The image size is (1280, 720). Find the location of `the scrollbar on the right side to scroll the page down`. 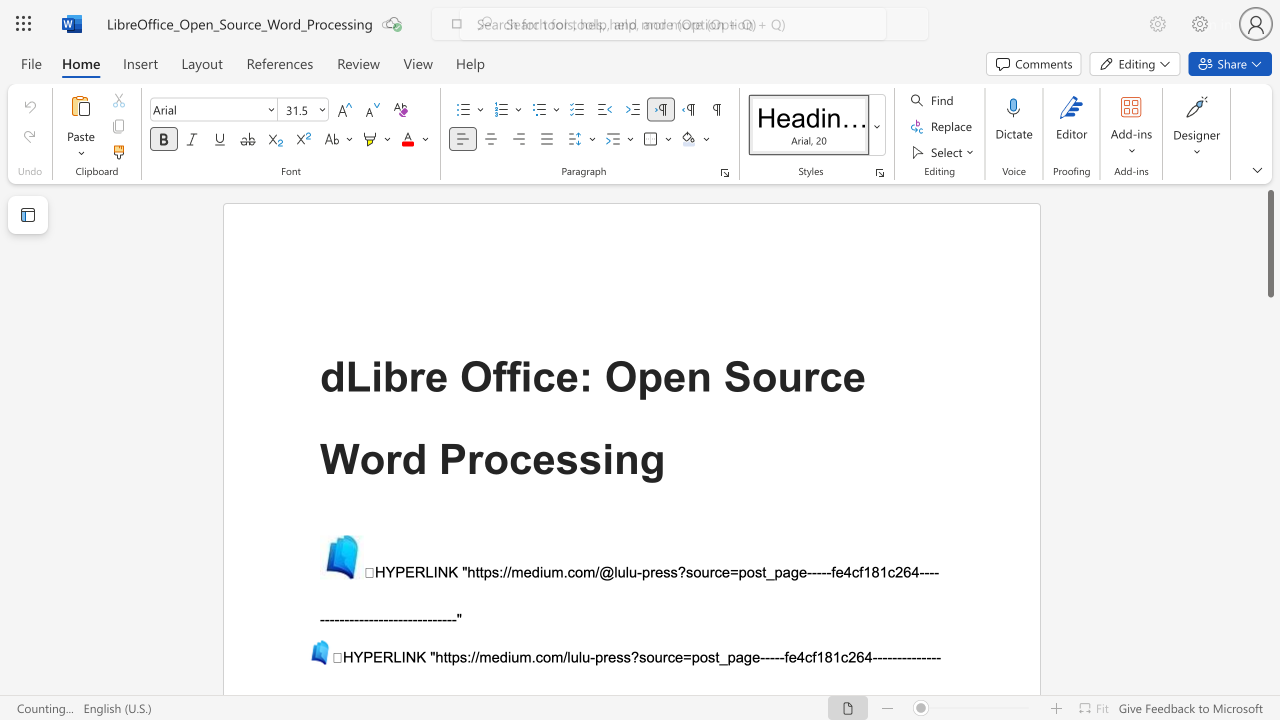

the scrollbar on the right side to scroll the page down is located at coordinates (1269, 450).